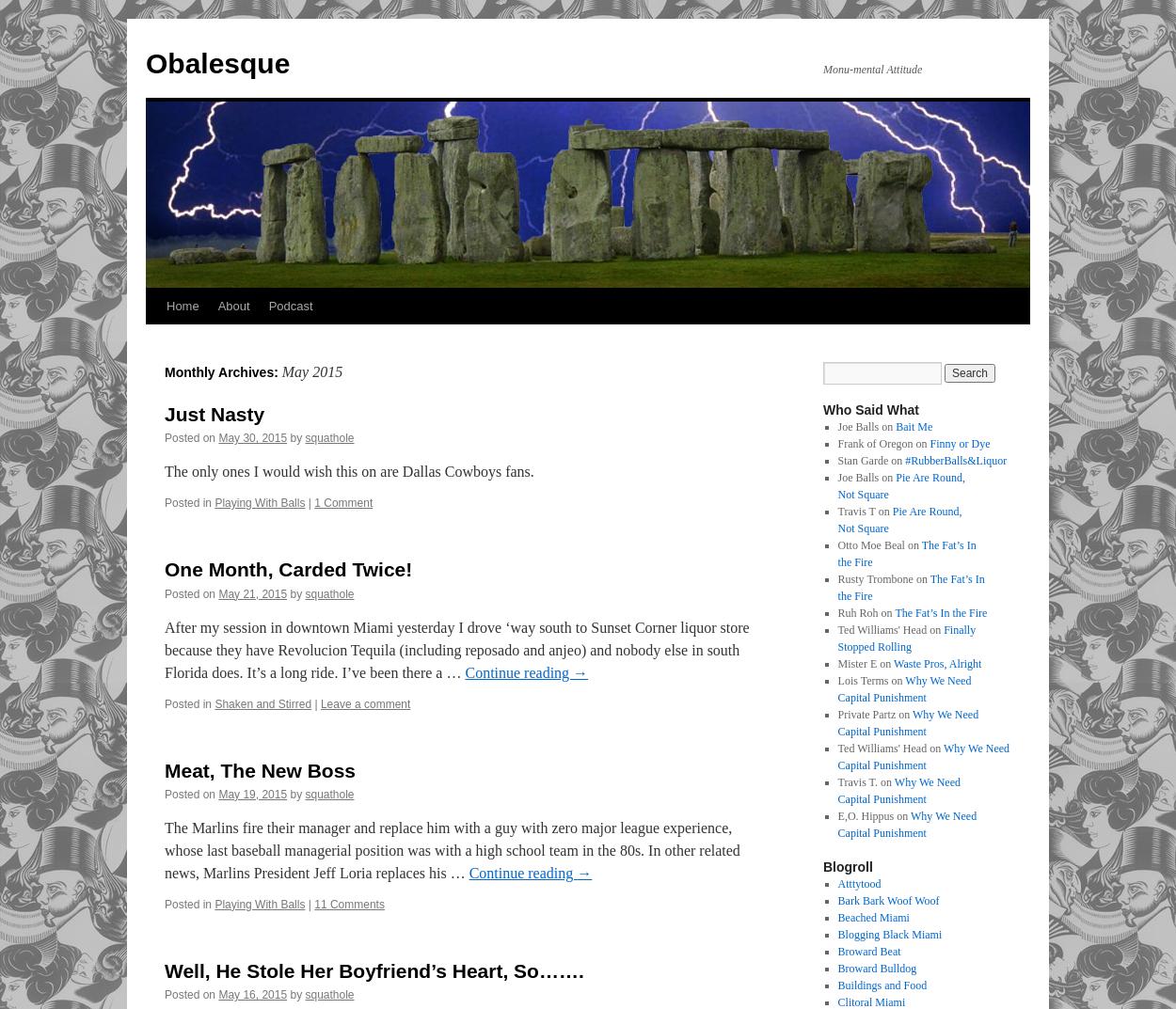  I want to click on 'Broward Bulldog', so click(877, 968).